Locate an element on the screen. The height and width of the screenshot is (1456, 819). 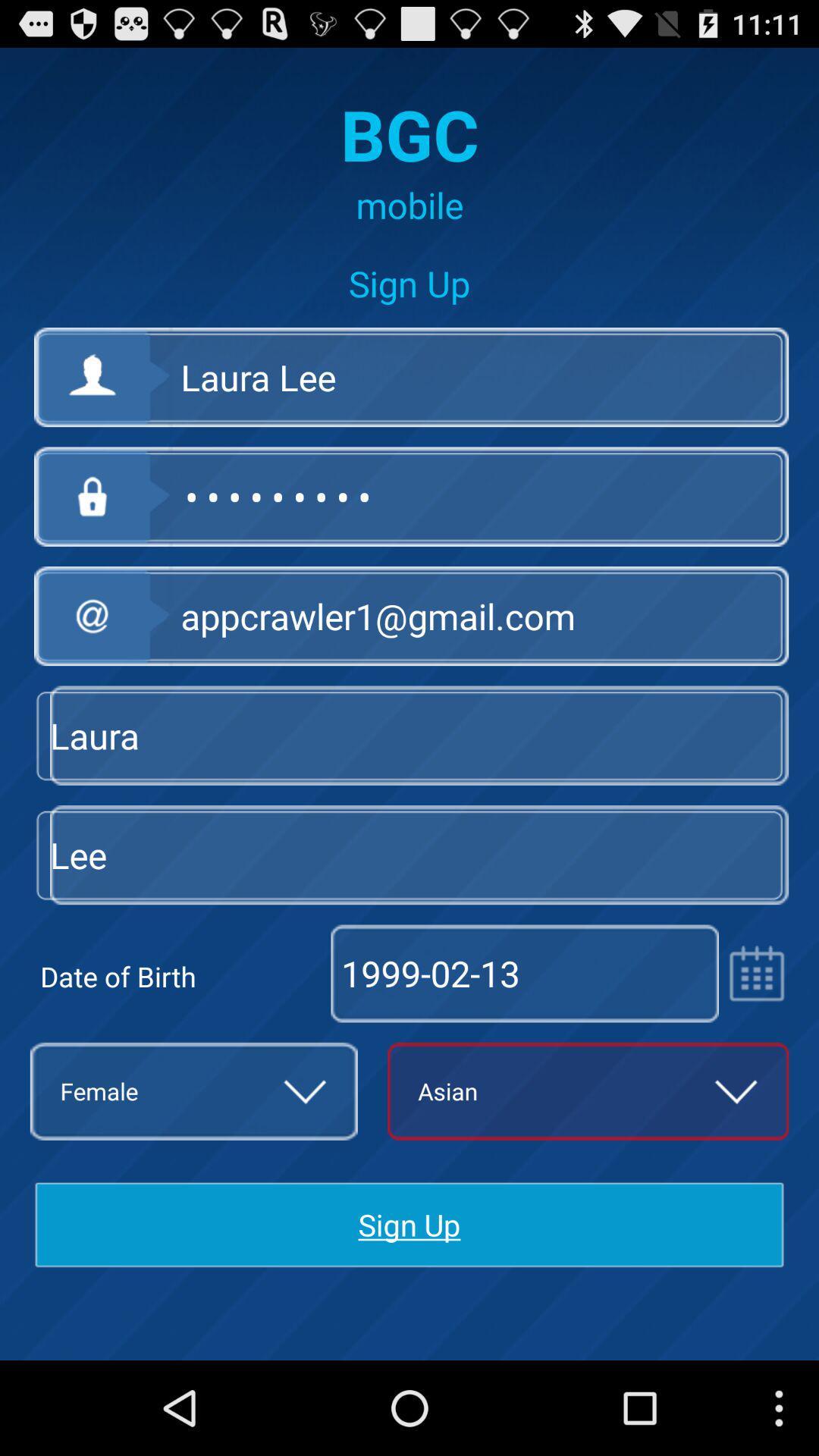
the date_range icon is located at coordinates (757, 1041).